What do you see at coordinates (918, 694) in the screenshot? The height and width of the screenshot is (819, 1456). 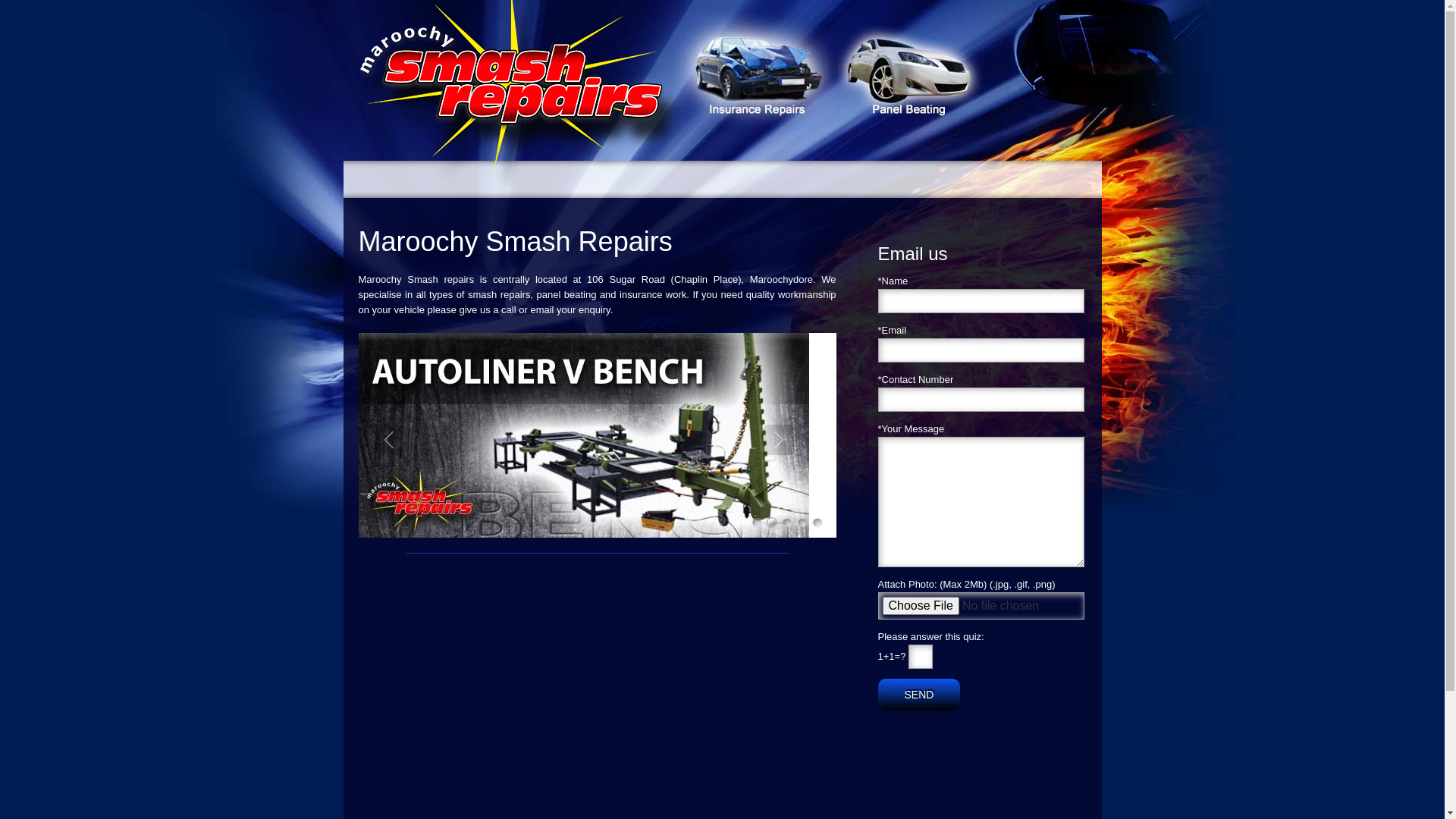 I see `'Send'` at bounding box center [918, 694].